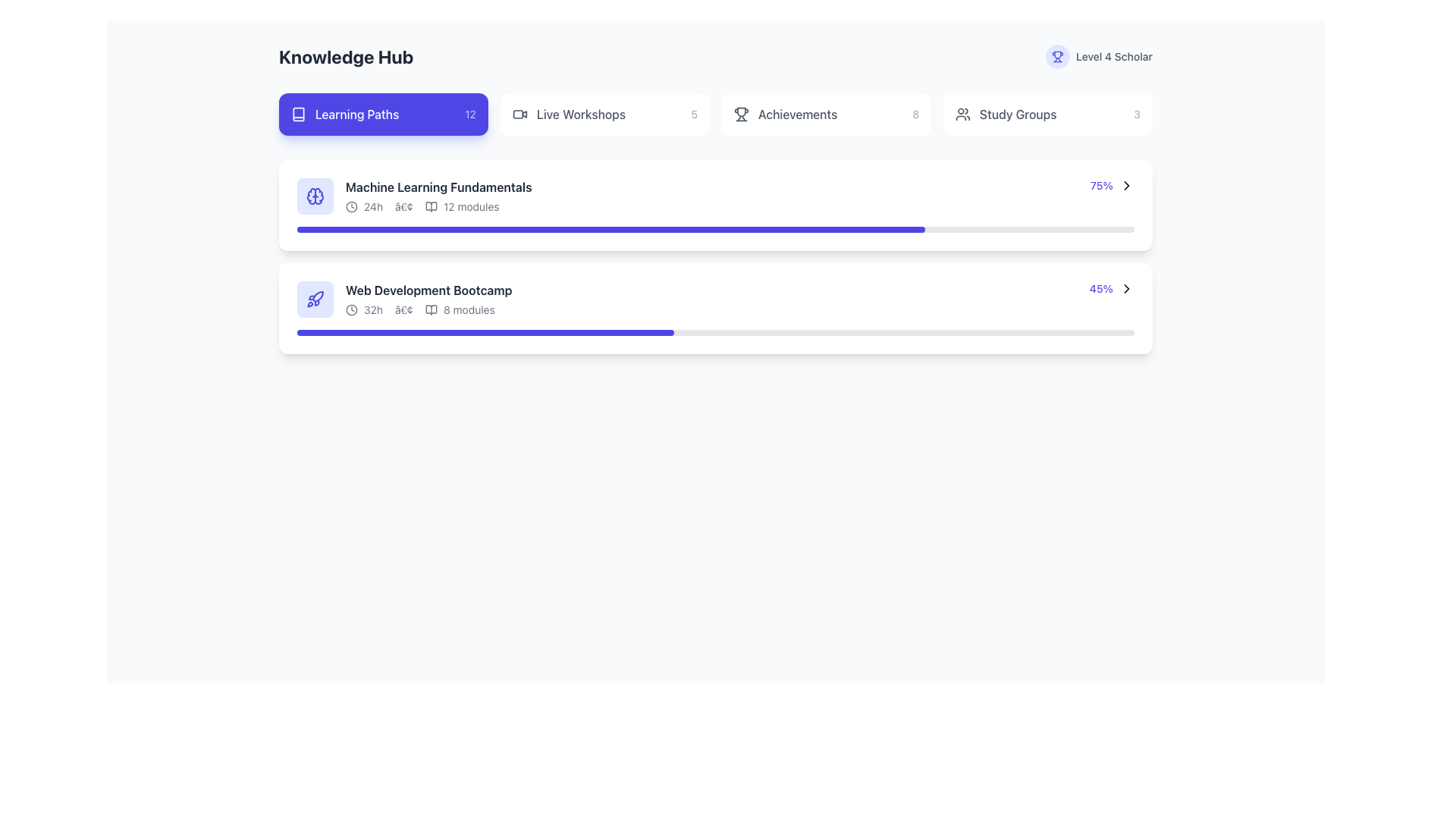 The height and width of the screenshot is (819, 1456). I want to click on text label displaying '8 modules' which is styled with a light gray font color, located in the second list item of the courses under 'Web Development Bootcamp', so click(468, 309).